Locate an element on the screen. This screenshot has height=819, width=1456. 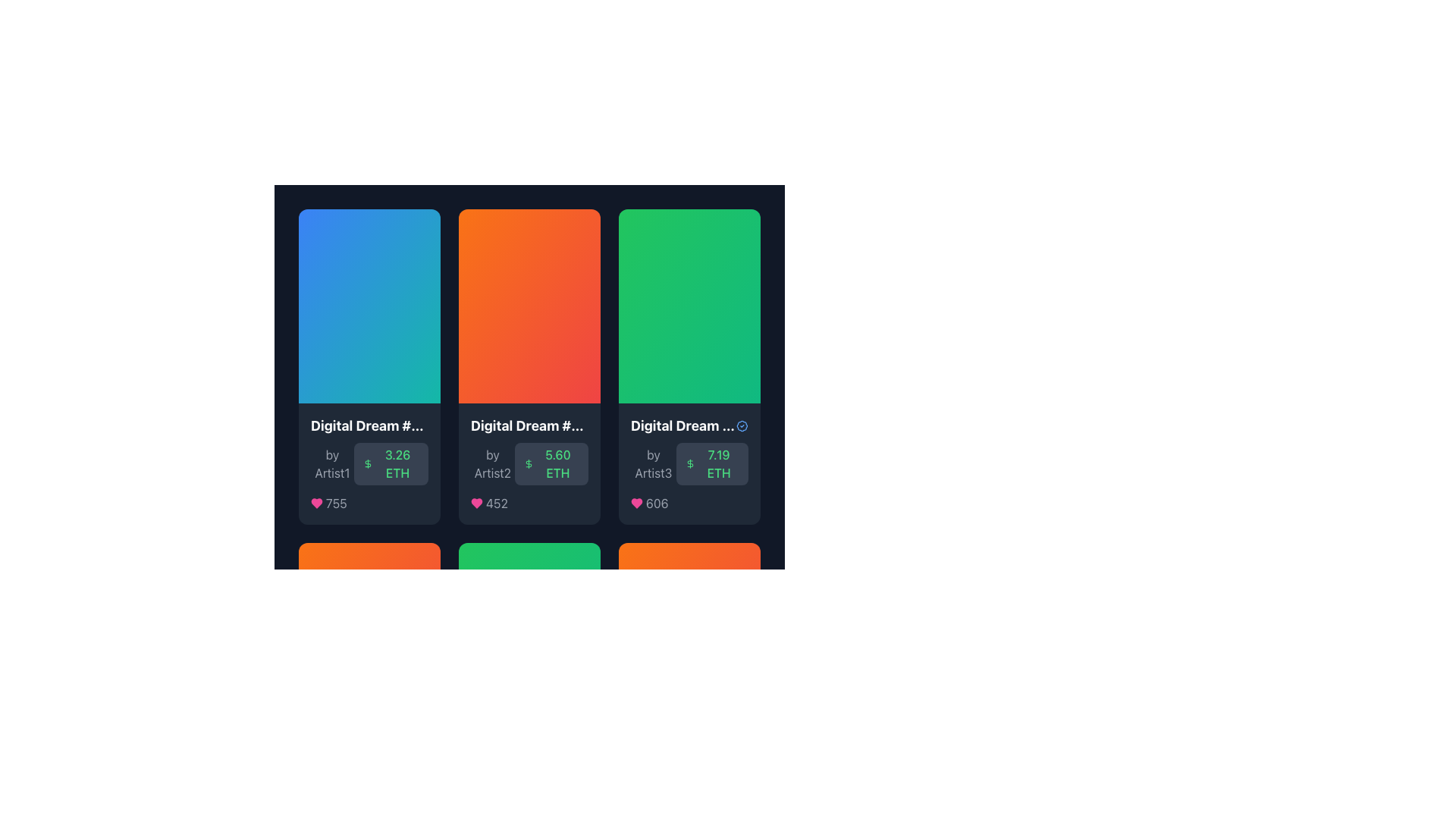
text label displaying 'by Artist3' located at the top left of the card, above the price text '7.19 ETH' is located at coordinates (653, 463).